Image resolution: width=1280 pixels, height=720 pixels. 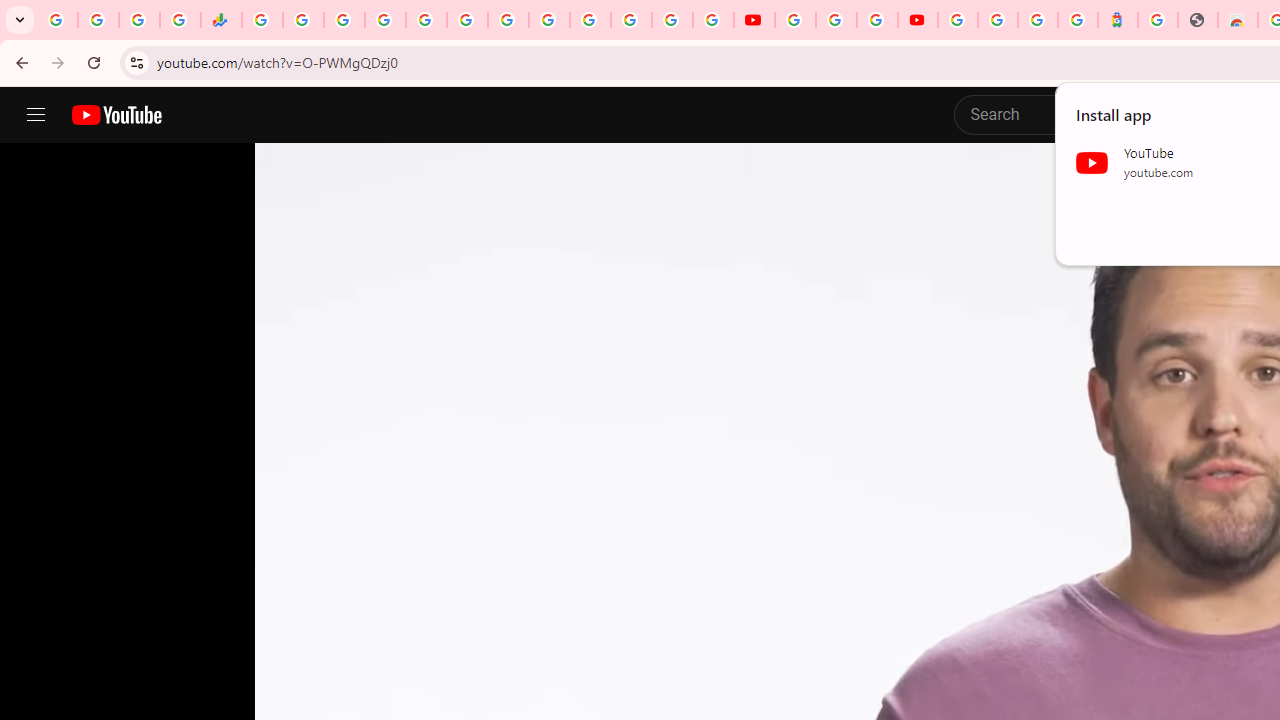 I want to click on 'Sign in - Google Accounts', so click(x=957, y=20).